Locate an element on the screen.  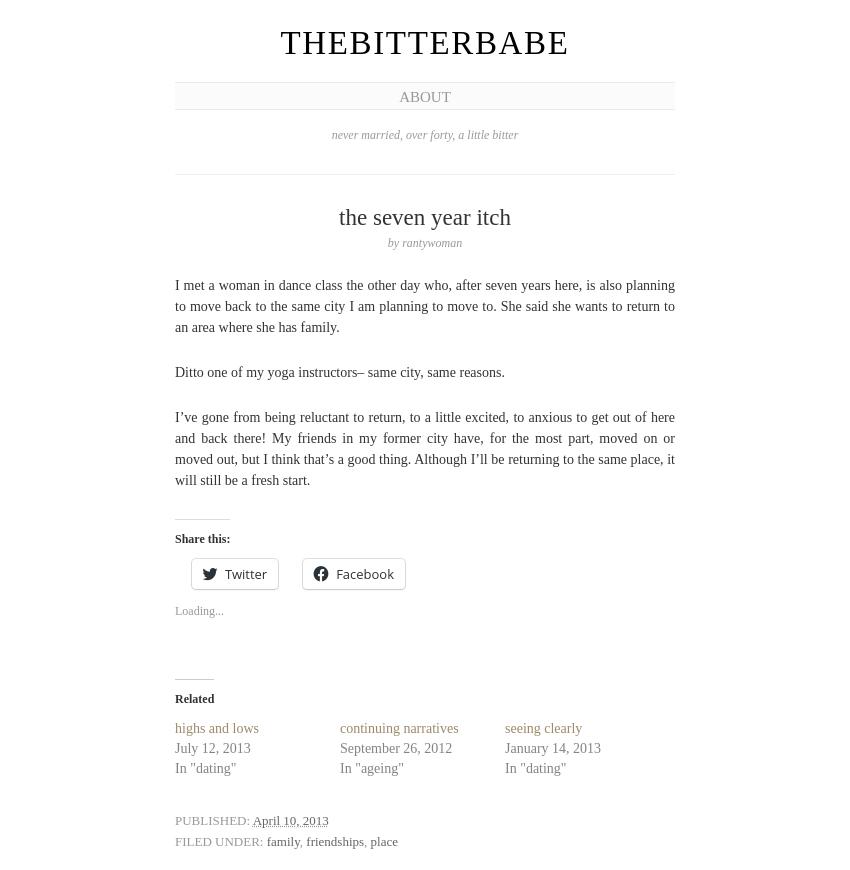
'Filed Under:' is located at coordinates (218, 840).